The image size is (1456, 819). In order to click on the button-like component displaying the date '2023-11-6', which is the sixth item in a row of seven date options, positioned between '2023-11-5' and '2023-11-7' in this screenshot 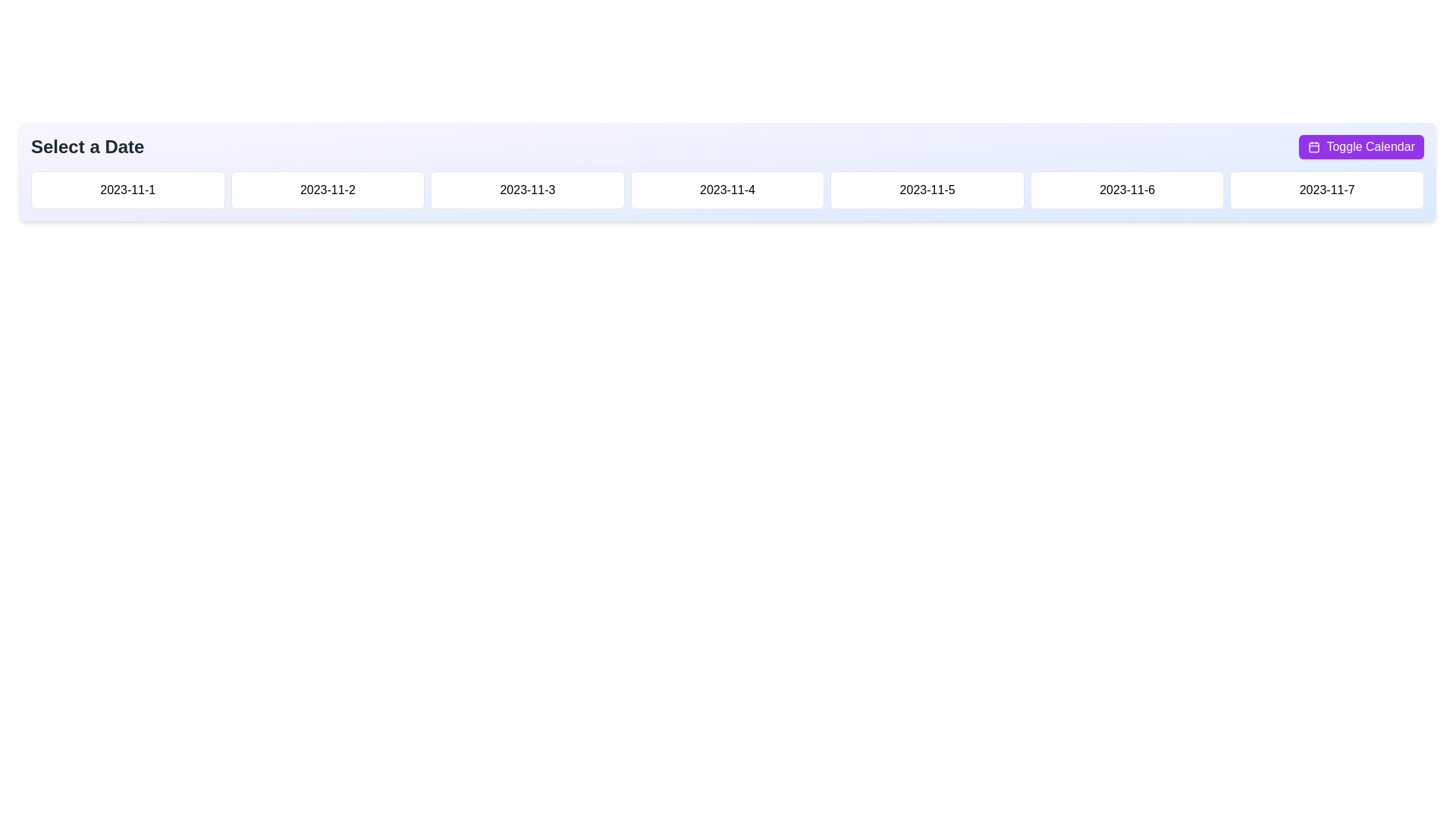, I will do `click(1127, 189)`.